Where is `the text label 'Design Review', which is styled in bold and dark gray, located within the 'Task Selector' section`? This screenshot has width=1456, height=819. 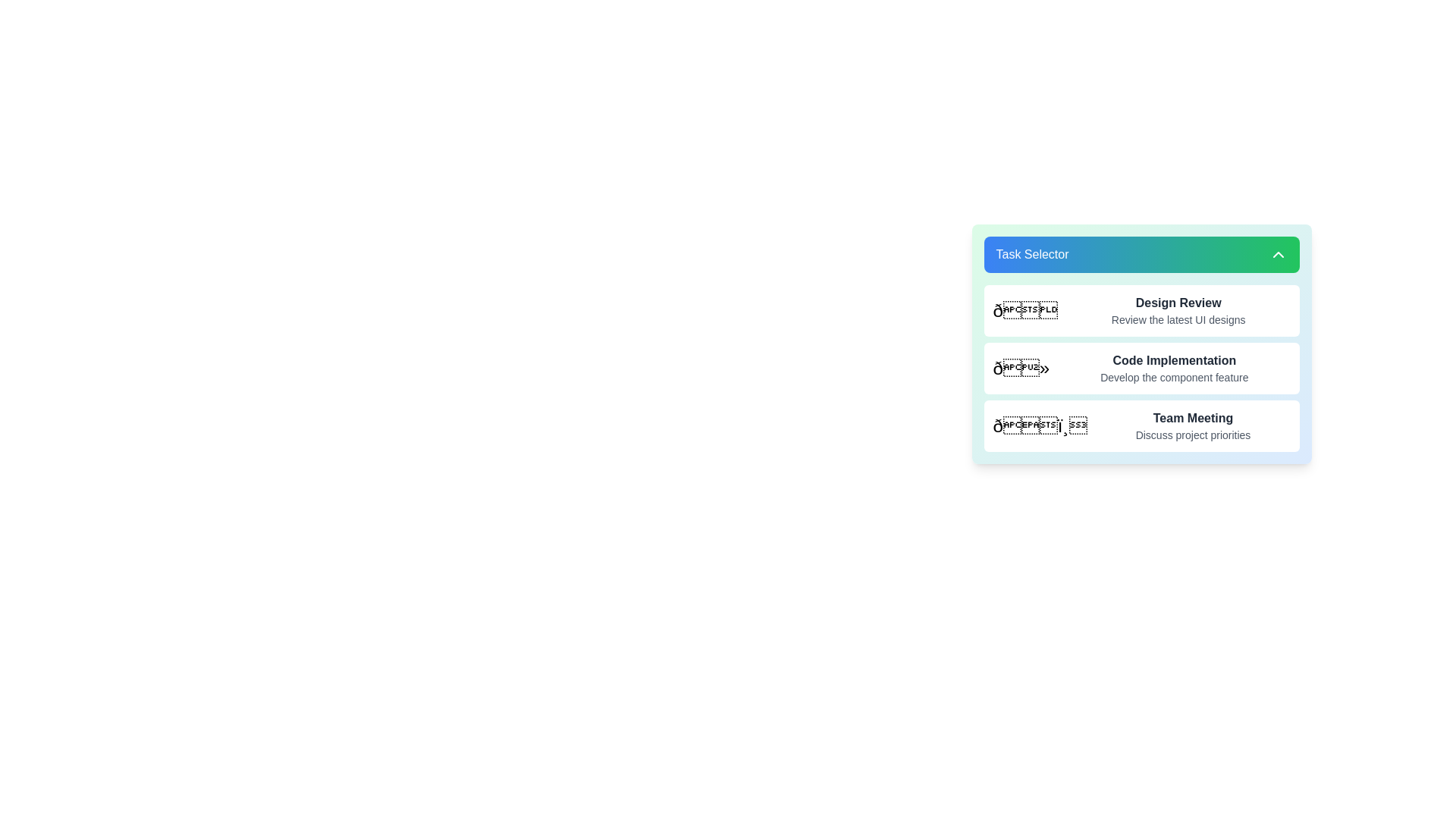
the text label 'Design Review', which is styled in bold and dark gray, located within the 'Task Selector' section is located at coordinates (1178, 303).